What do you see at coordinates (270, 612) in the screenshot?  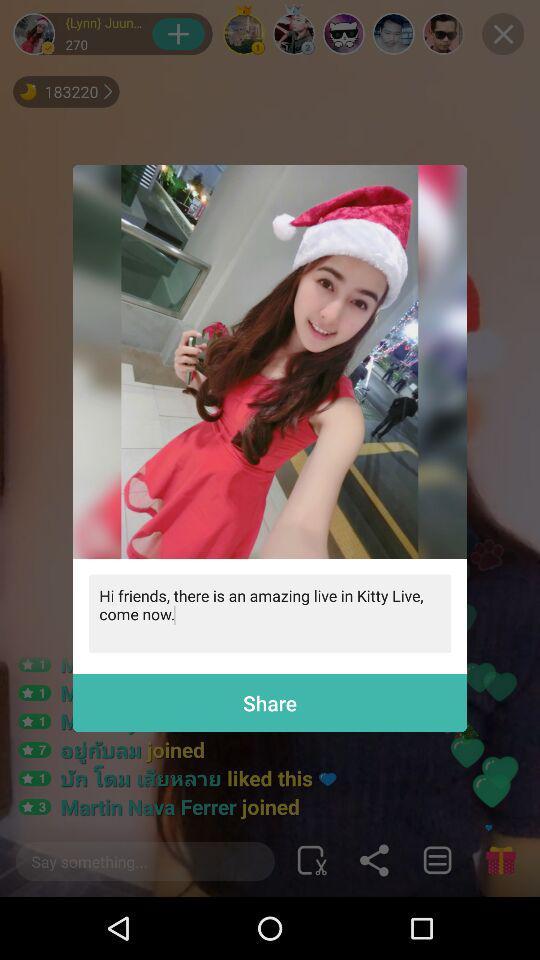 I see `hi friends there icon` at bounding box center [270, 612].